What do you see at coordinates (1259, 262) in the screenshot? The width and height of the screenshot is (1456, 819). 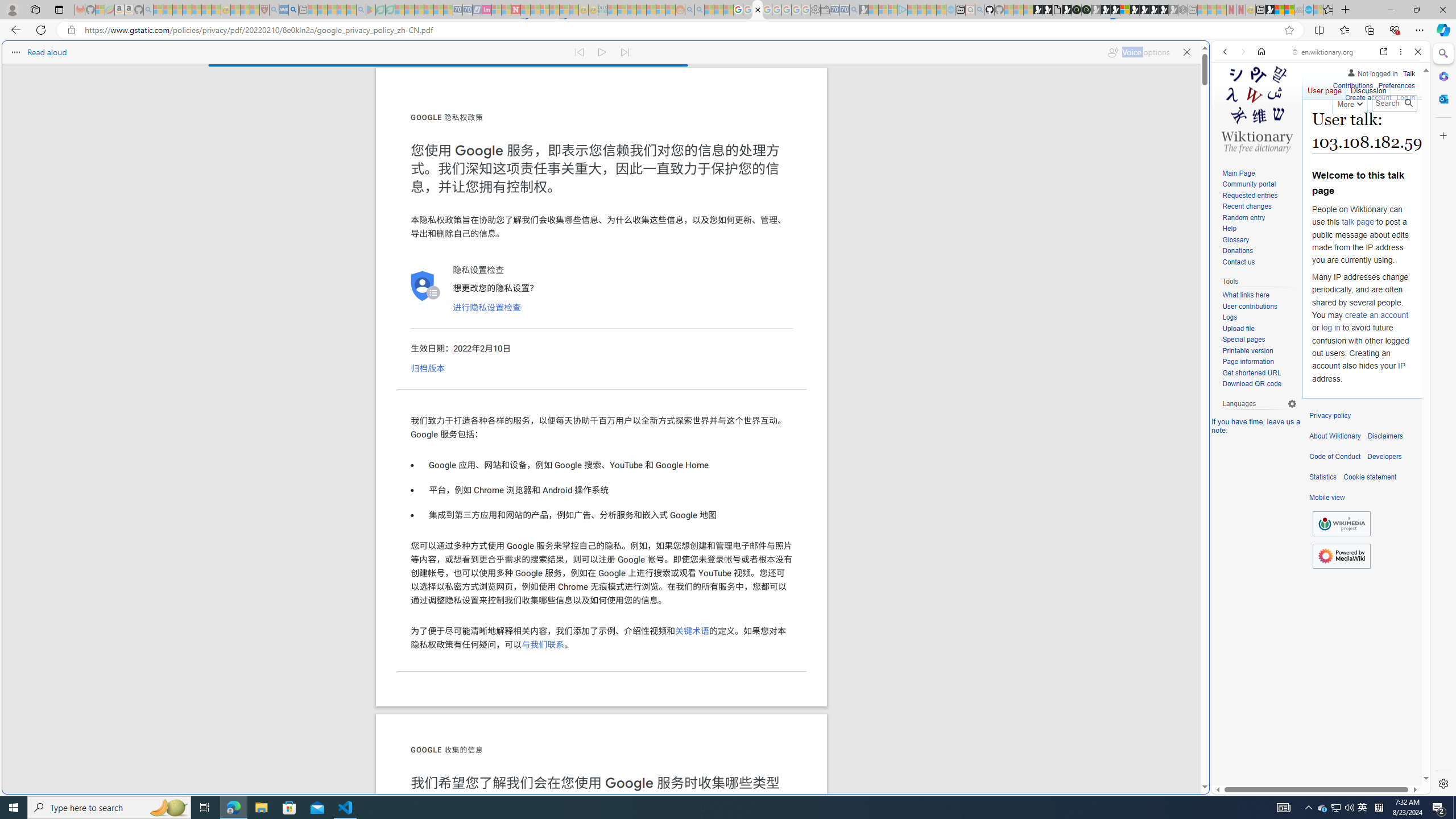 I see `'Contact us'` at bounding box center [1259, 262].